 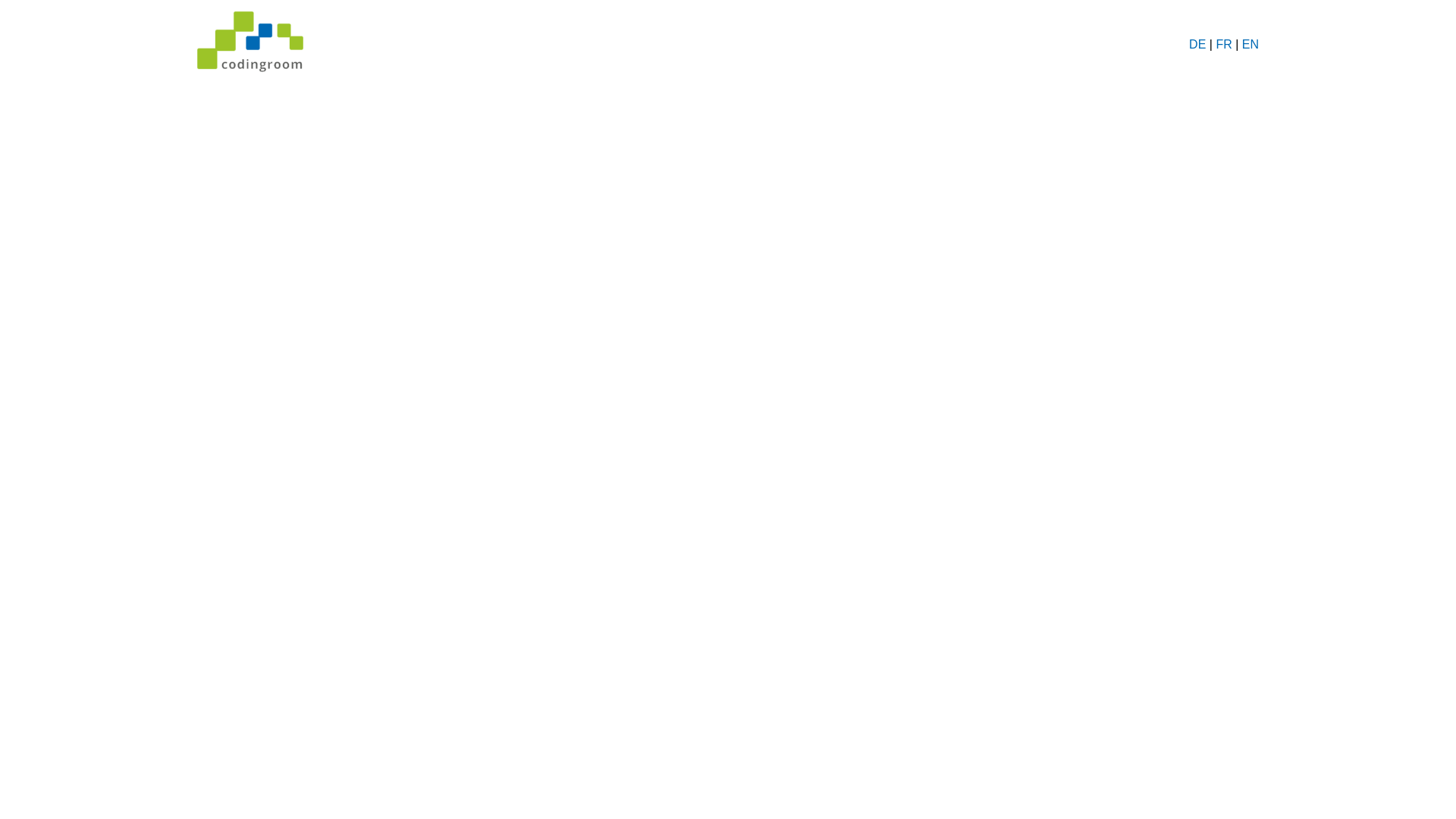 I want to click on 'DE', so click(x=1197, y=43).